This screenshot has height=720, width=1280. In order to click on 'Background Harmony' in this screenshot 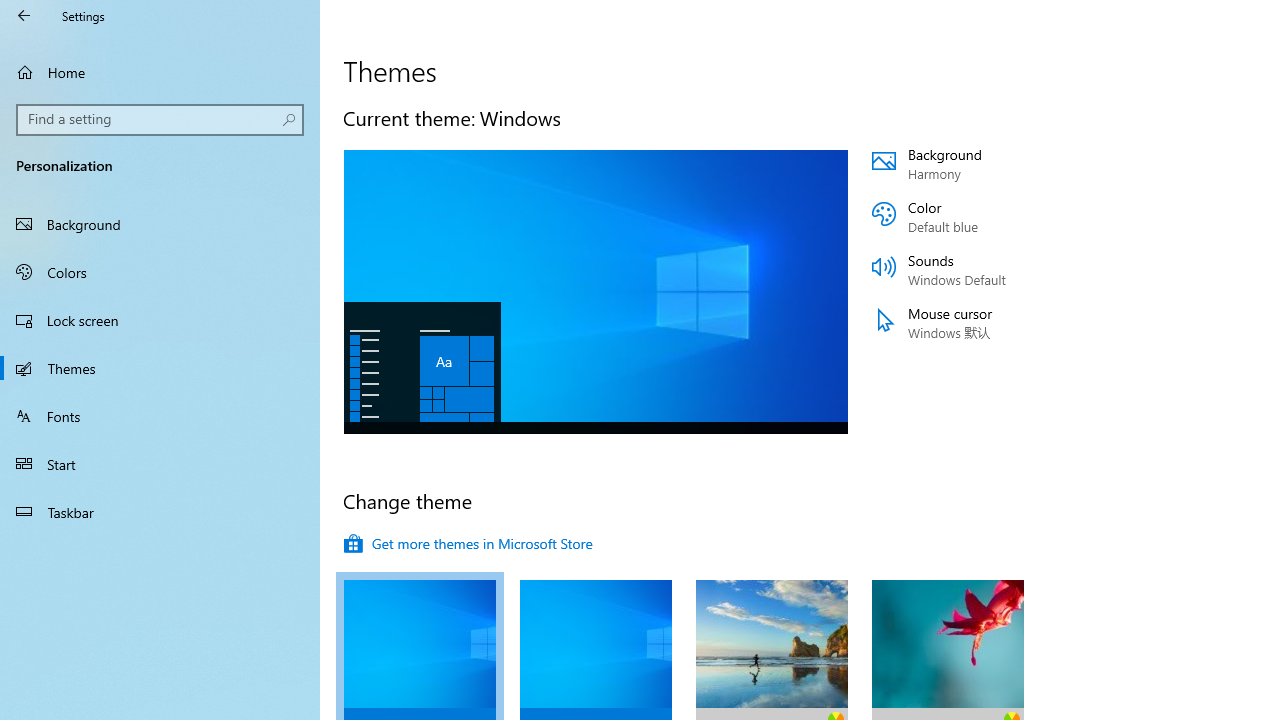, I will do `click(992, 163)`.